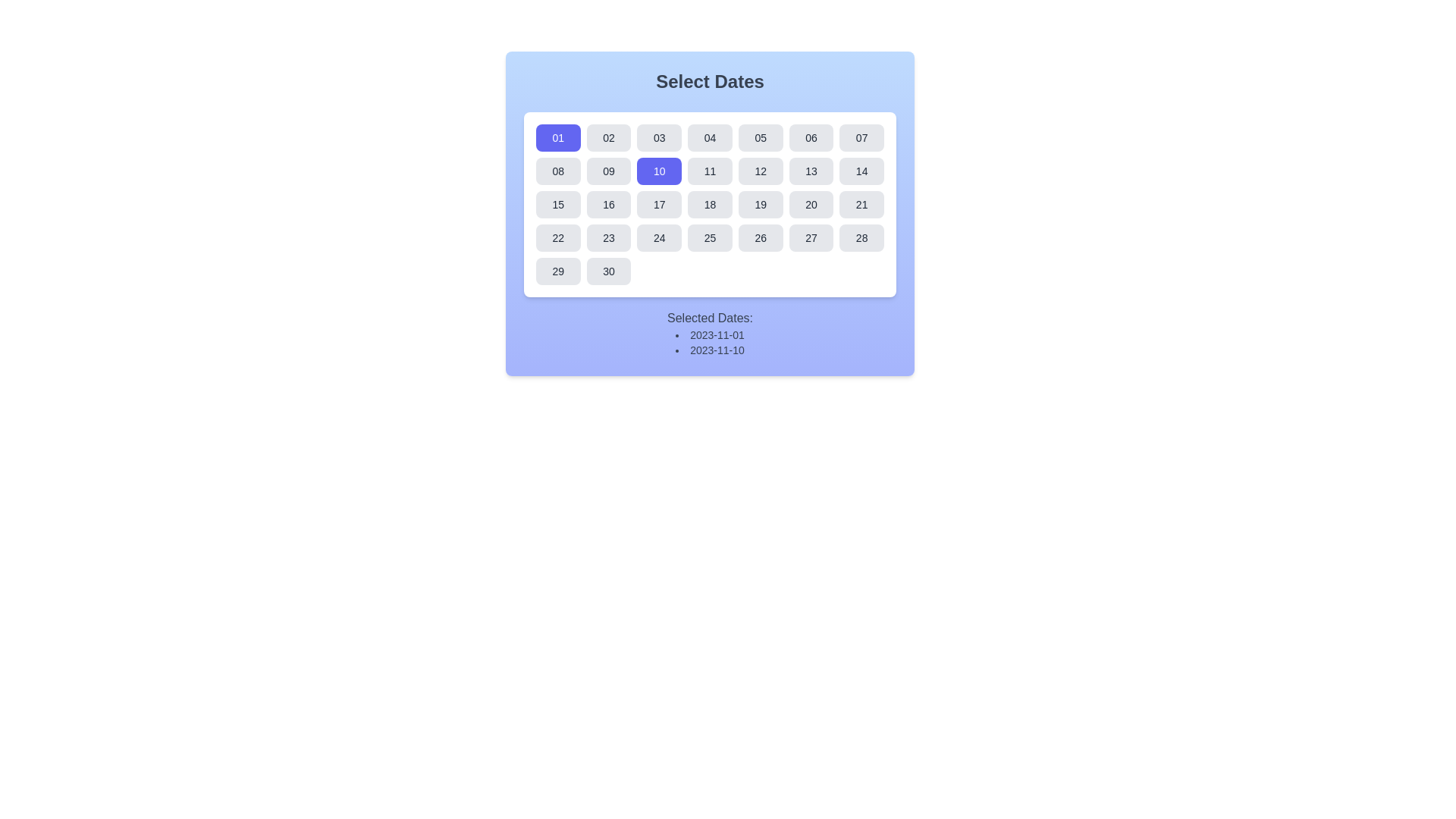  What do you see at coordinates (861, 237) in the screenshot?
I see `the date selection button for '28' in the calendar widget located in the last row and seventh column of the grid` at bounding box center [861, 237].